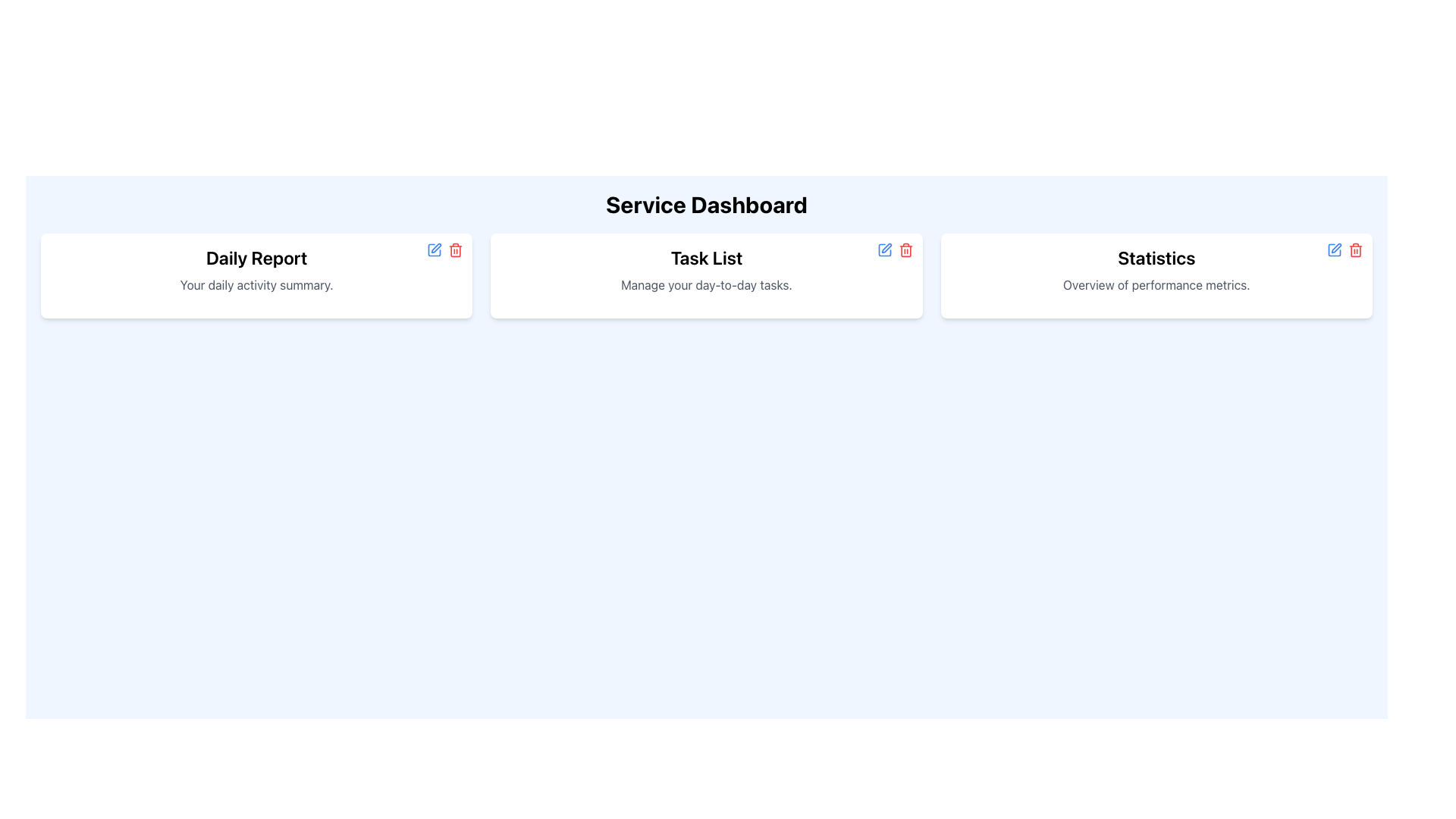 This screenshot has width=1456, height=819. What do you see at coordinates (256, 284) in the screenshot?
I see `the text label displaying 'Your daily activity summary.'` at bounding box center [256, 284].